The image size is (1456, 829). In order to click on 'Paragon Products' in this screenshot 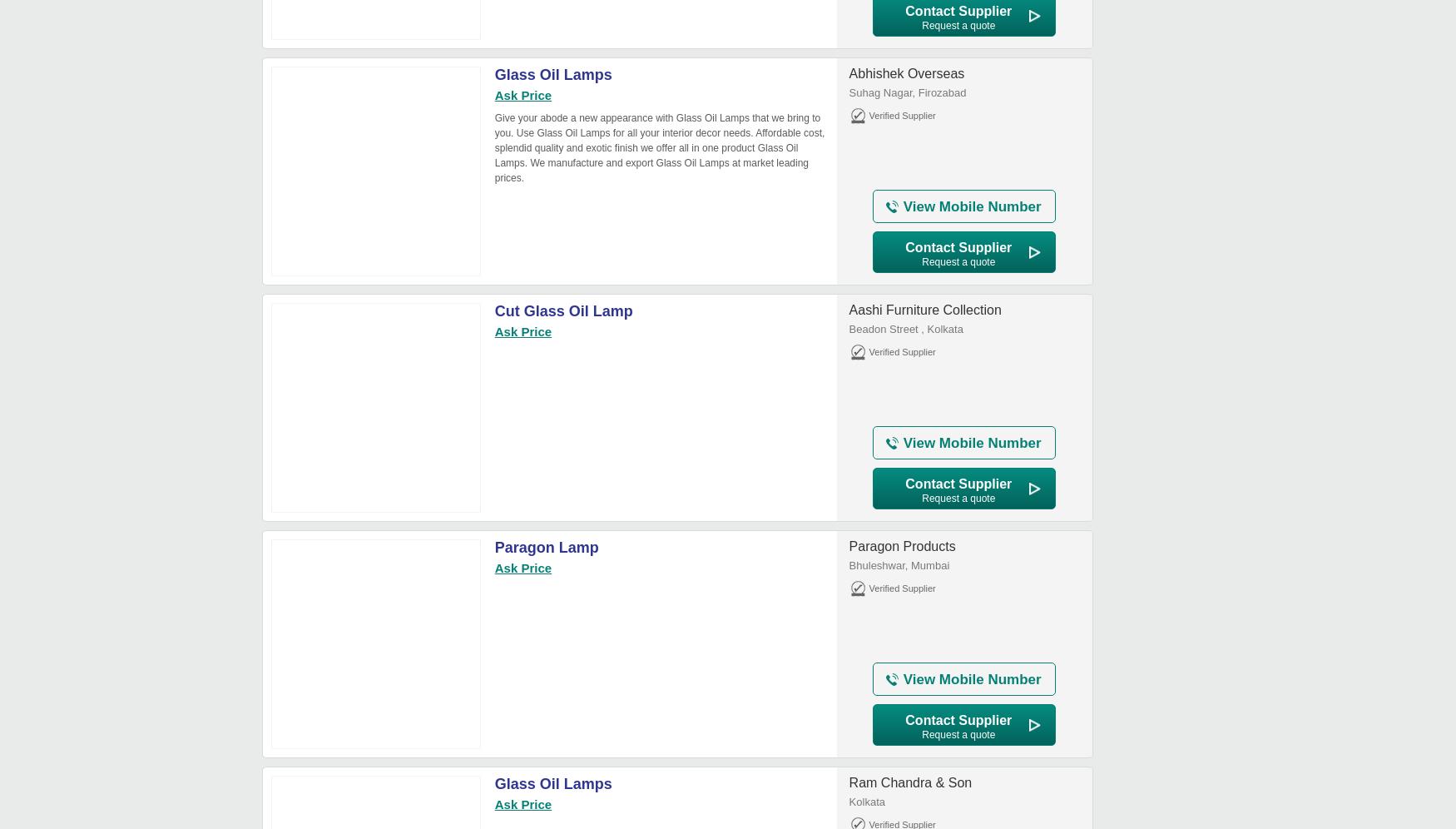, I will do `click(848, 545)`.